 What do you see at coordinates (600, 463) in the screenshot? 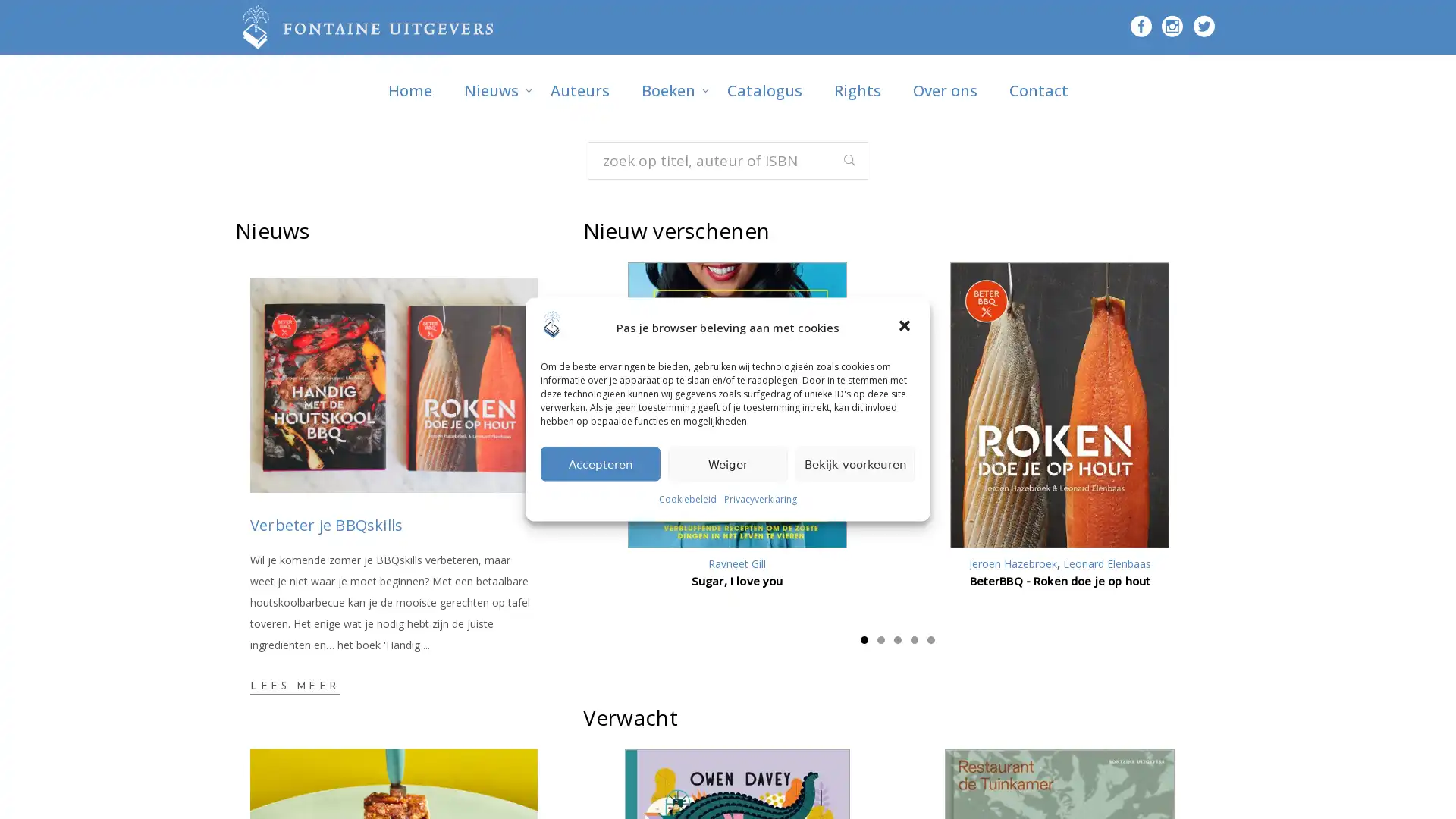
I see `Accepteren` at bounding box center [600, 463].